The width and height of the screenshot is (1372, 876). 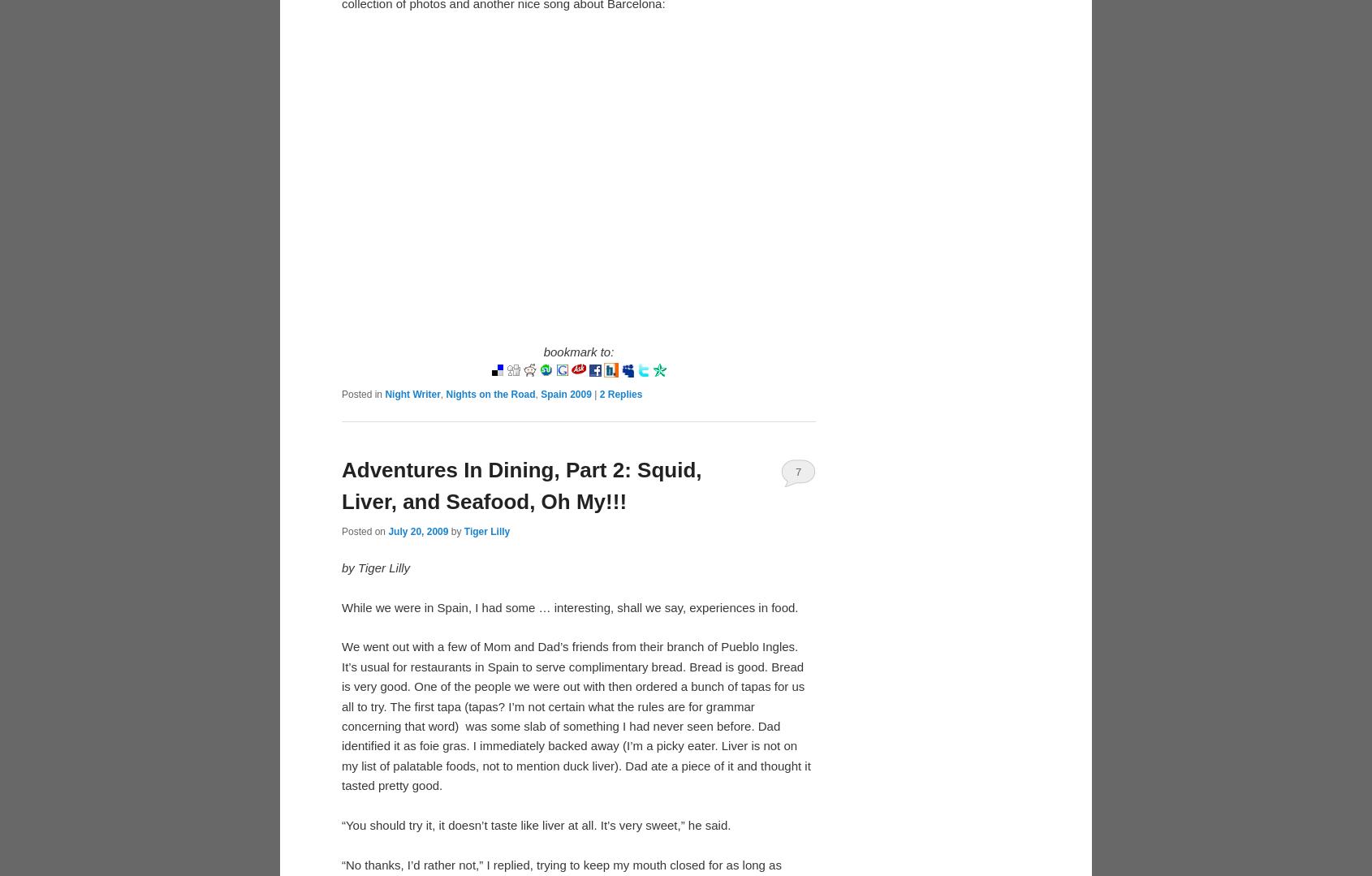 What do you see at coordinates (455, 529) in the screenshot?
I see `'by'` at bounding box center [455, 529].